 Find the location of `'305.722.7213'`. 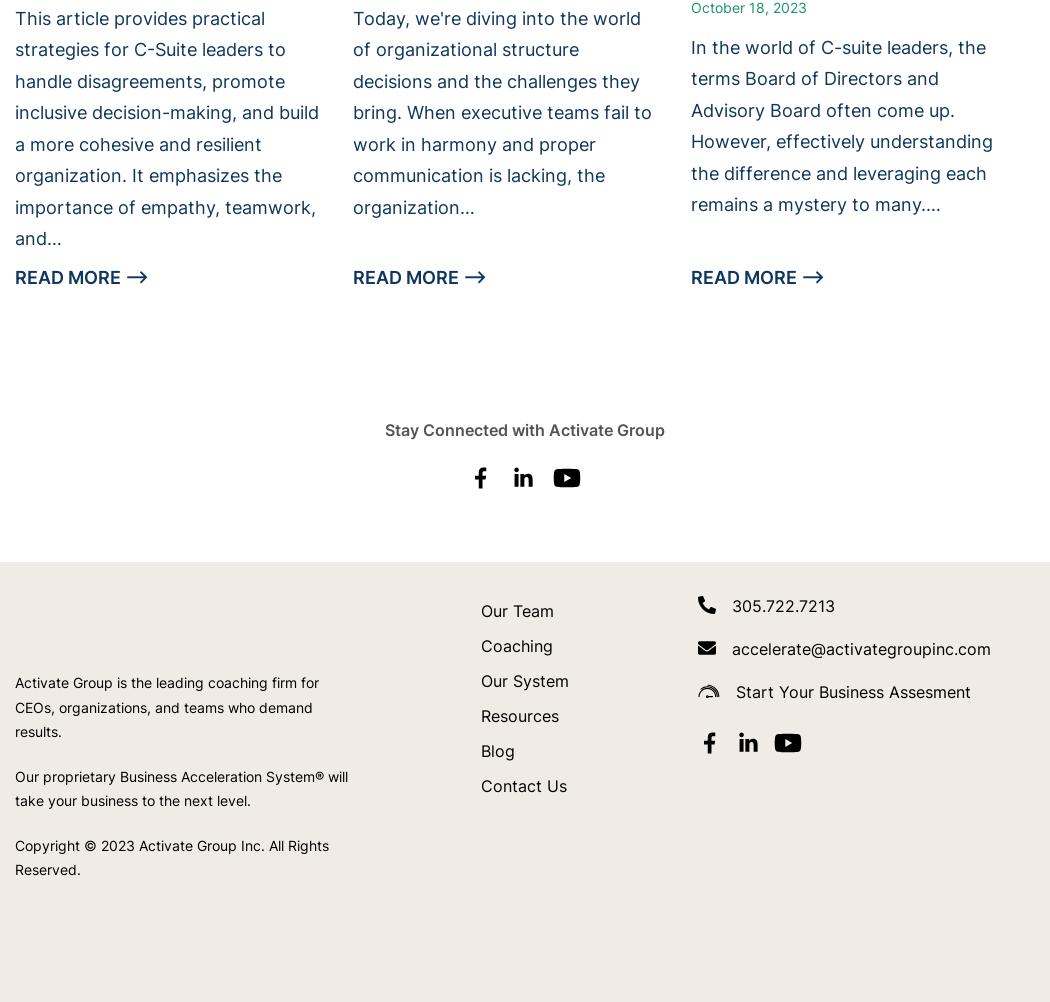

'305.722.7213' is located at coordinates (783, 604).